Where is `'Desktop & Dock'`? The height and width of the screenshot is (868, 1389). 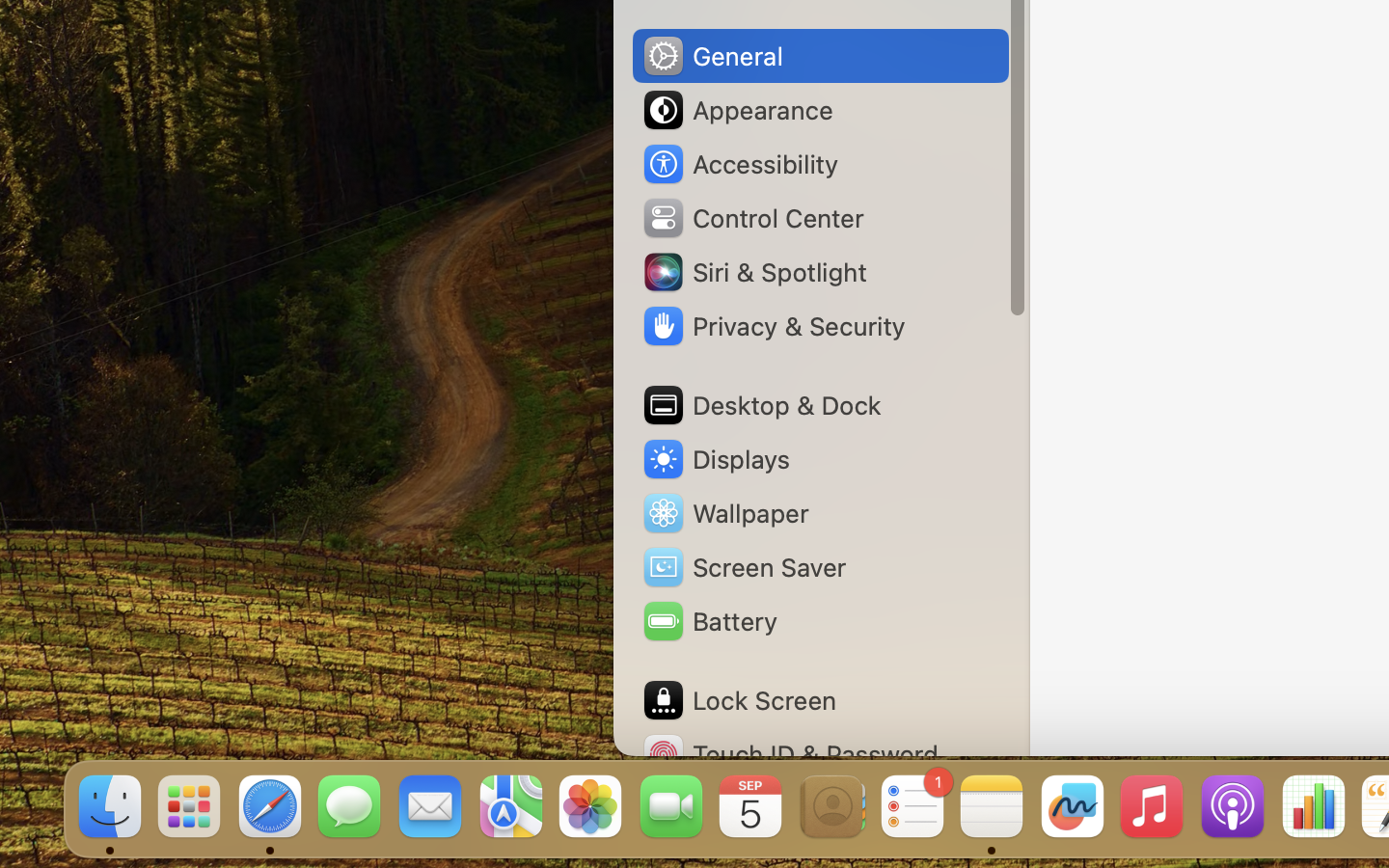
'Desktop & Dock' is located at coordinates (760, 405).